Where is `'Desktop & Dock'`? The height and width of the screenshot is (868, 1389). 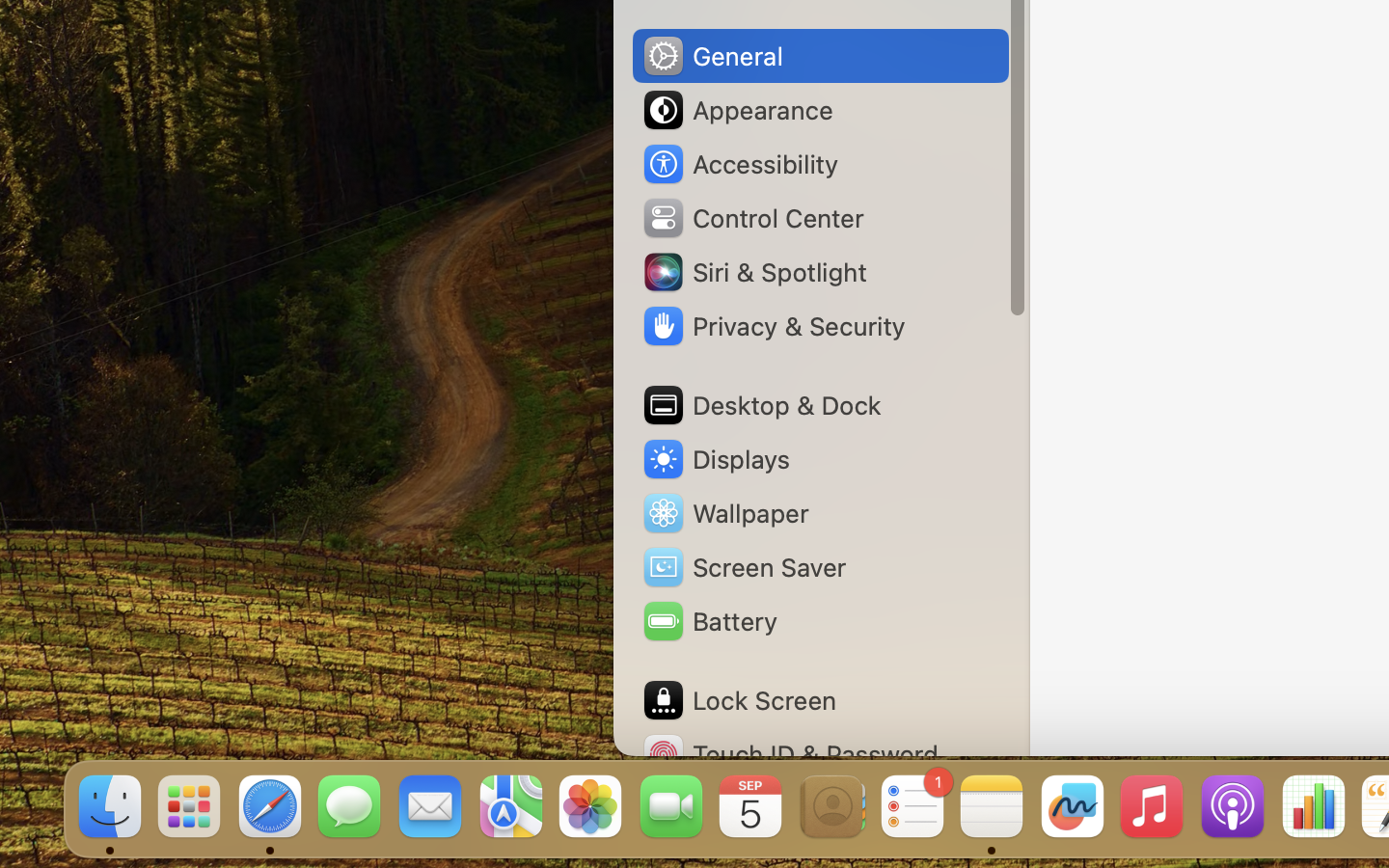
'Desktop & Dock' is located at coordinates (760, 405).